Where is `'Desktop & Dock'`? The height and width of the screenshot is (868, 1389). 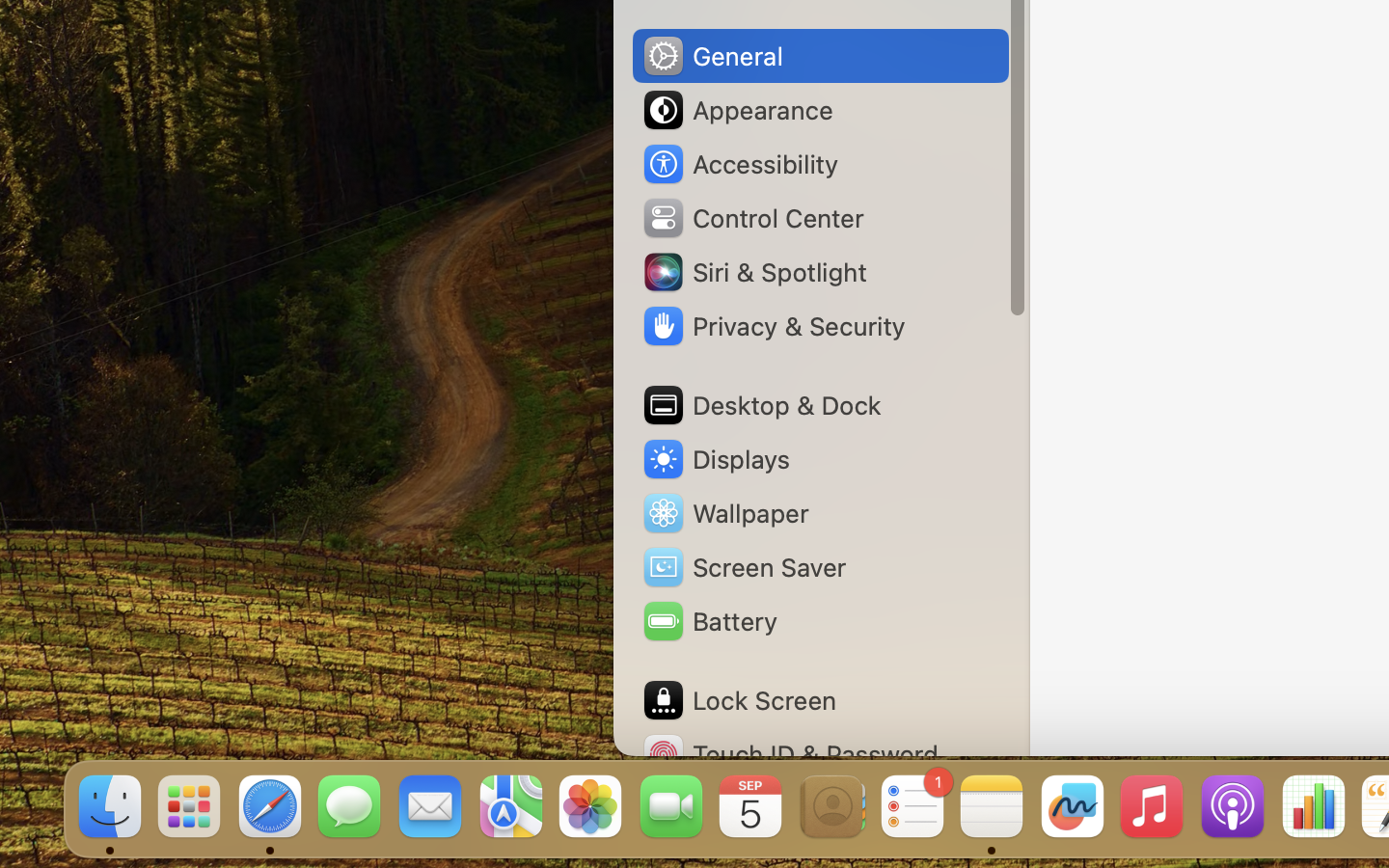
'Desktop & Dock' is located at coordinates (760, 405).